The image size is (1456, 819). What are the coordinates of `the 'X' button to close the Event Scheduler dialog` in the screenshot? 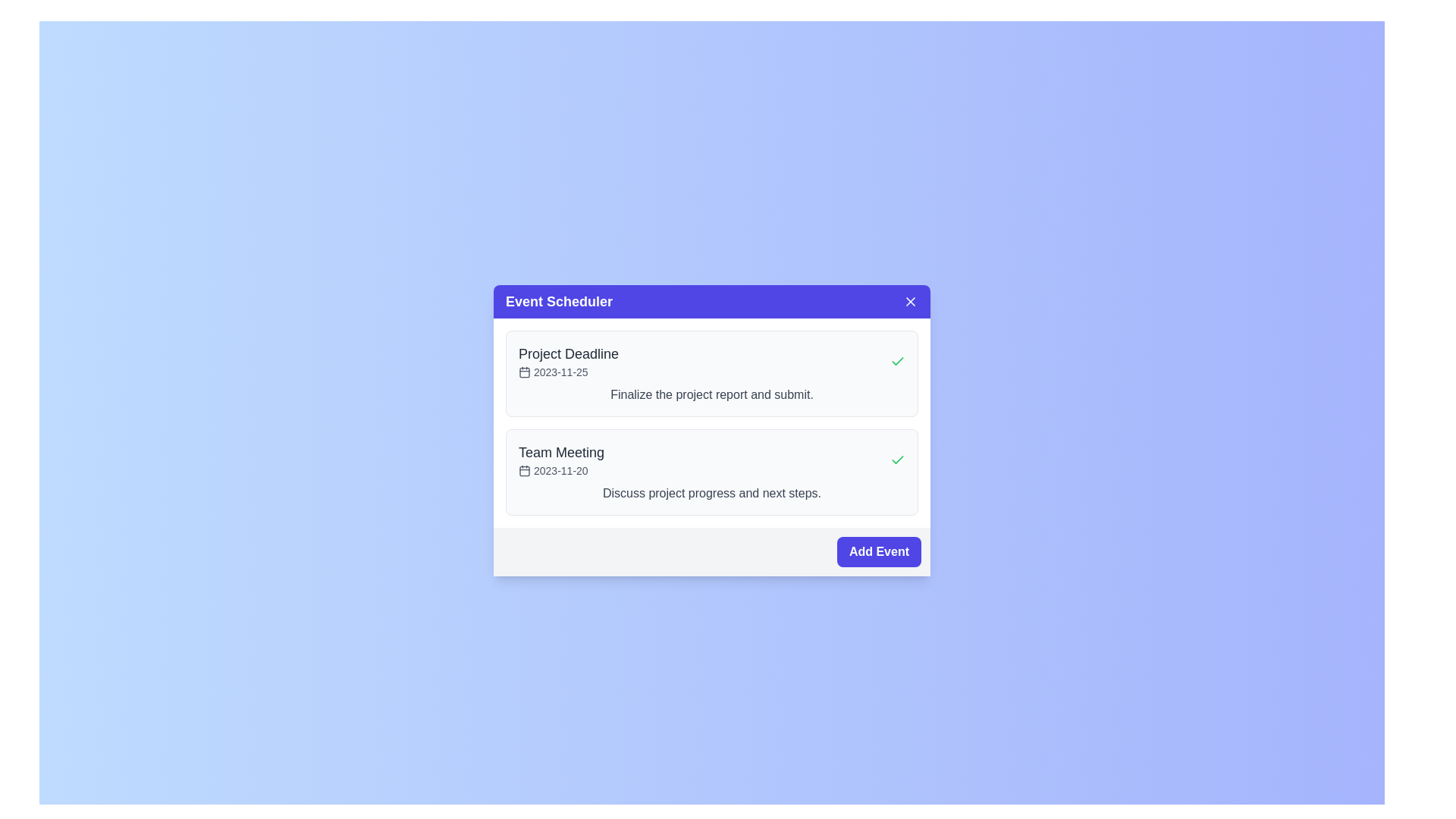 It's located at (910, 301).